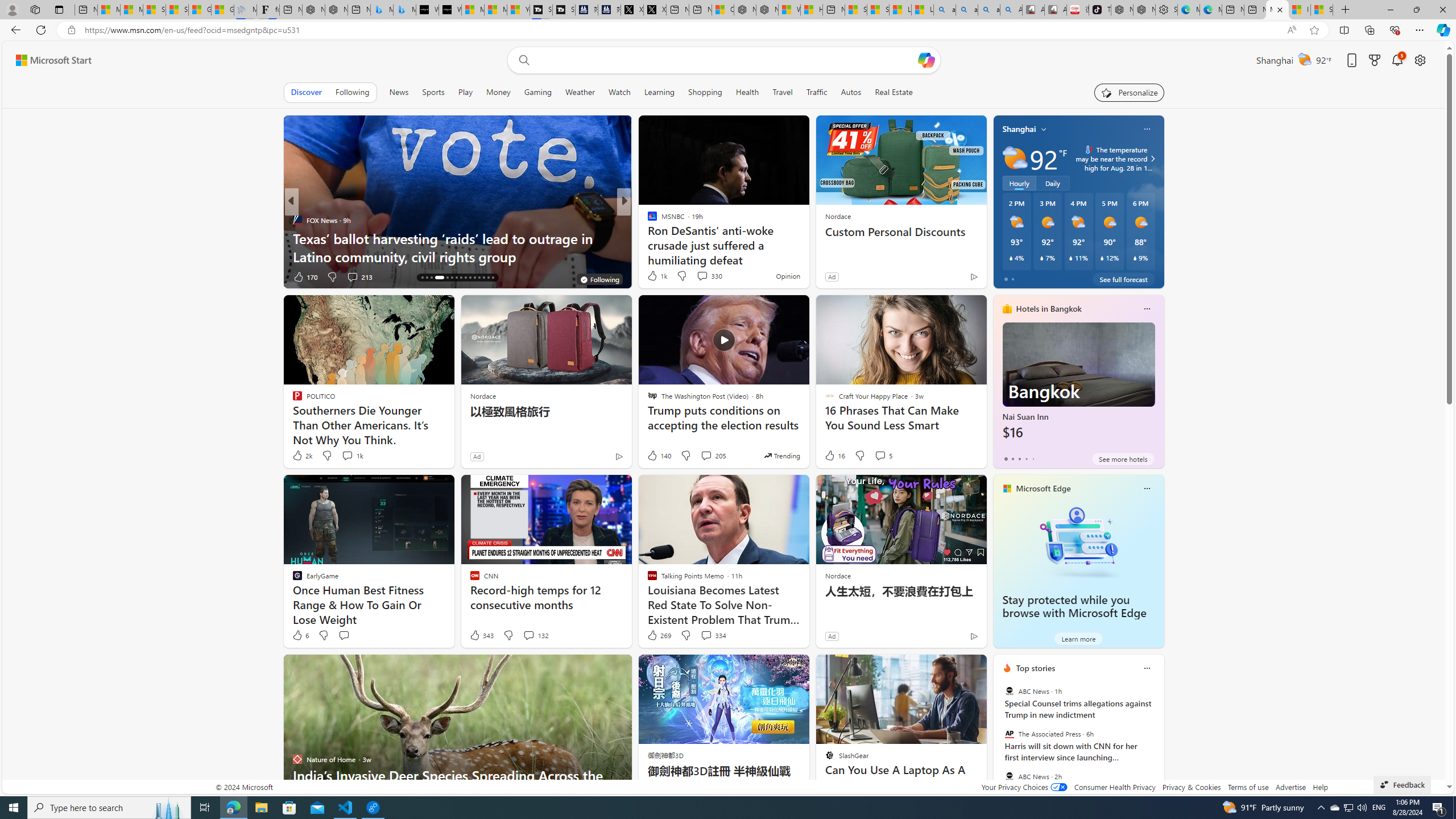 This screenshot has height=819, width=1456. I want to click on 'Nordace - Best Sellers', so click(1122, 9).